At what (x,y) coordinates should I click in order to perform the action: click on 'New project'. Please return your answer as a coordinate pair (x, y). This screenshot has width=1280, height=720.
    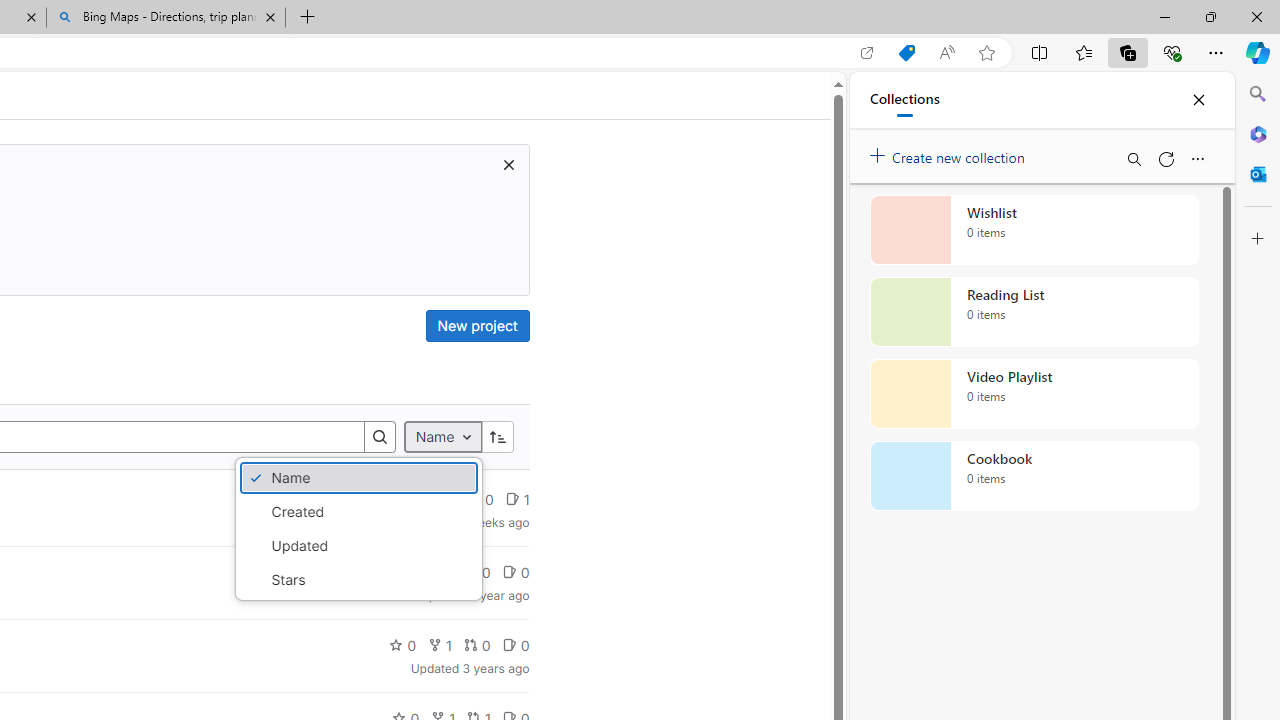
    Looking at the image, I should click on (476, 325).